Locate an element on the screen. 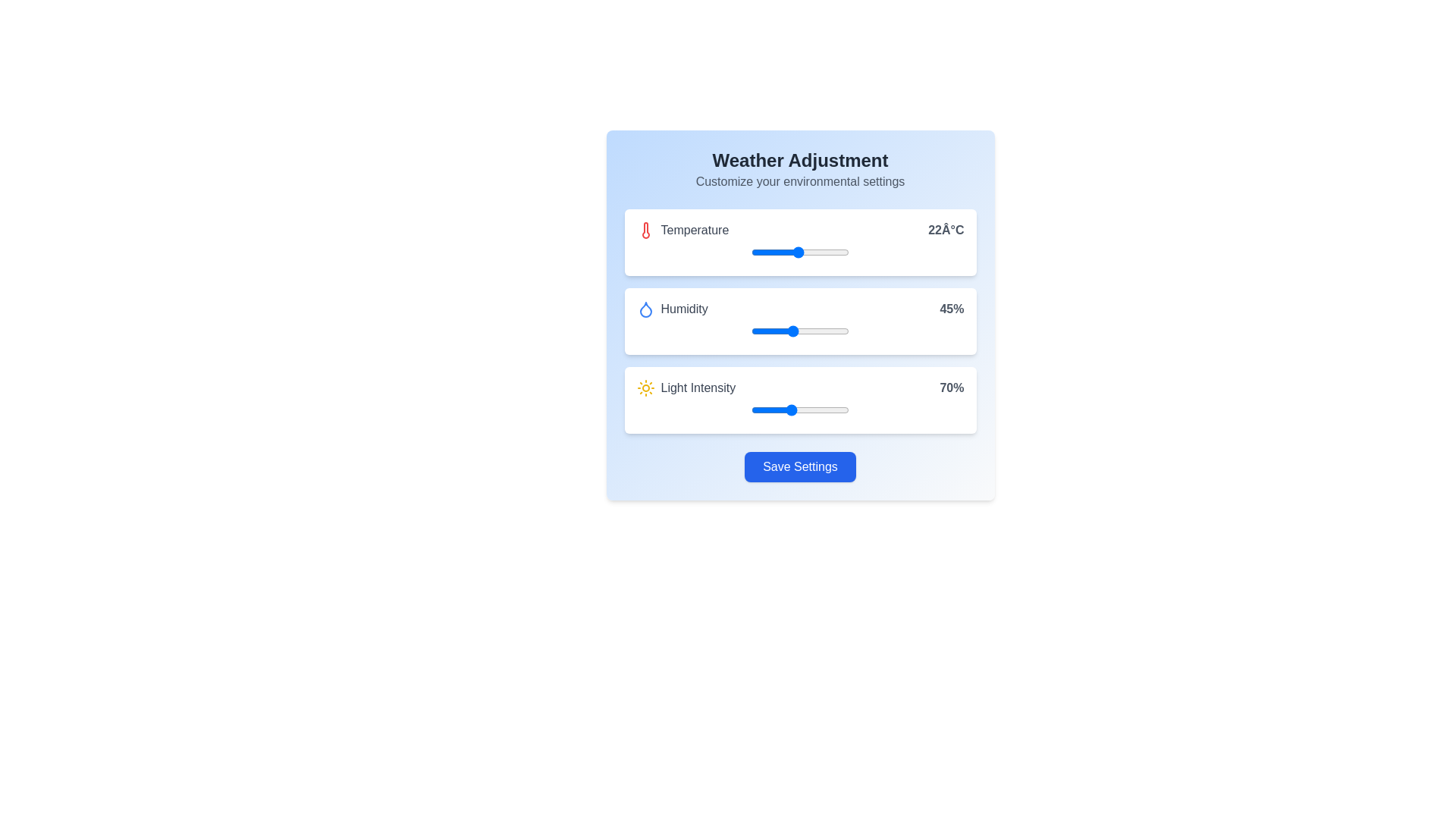 This screenshot has height=819, width=1456. the text label displaying '45%' in bold gray font, located to the right of the 'Humidity' label and droplet icon is located at coordinates (951, 309).